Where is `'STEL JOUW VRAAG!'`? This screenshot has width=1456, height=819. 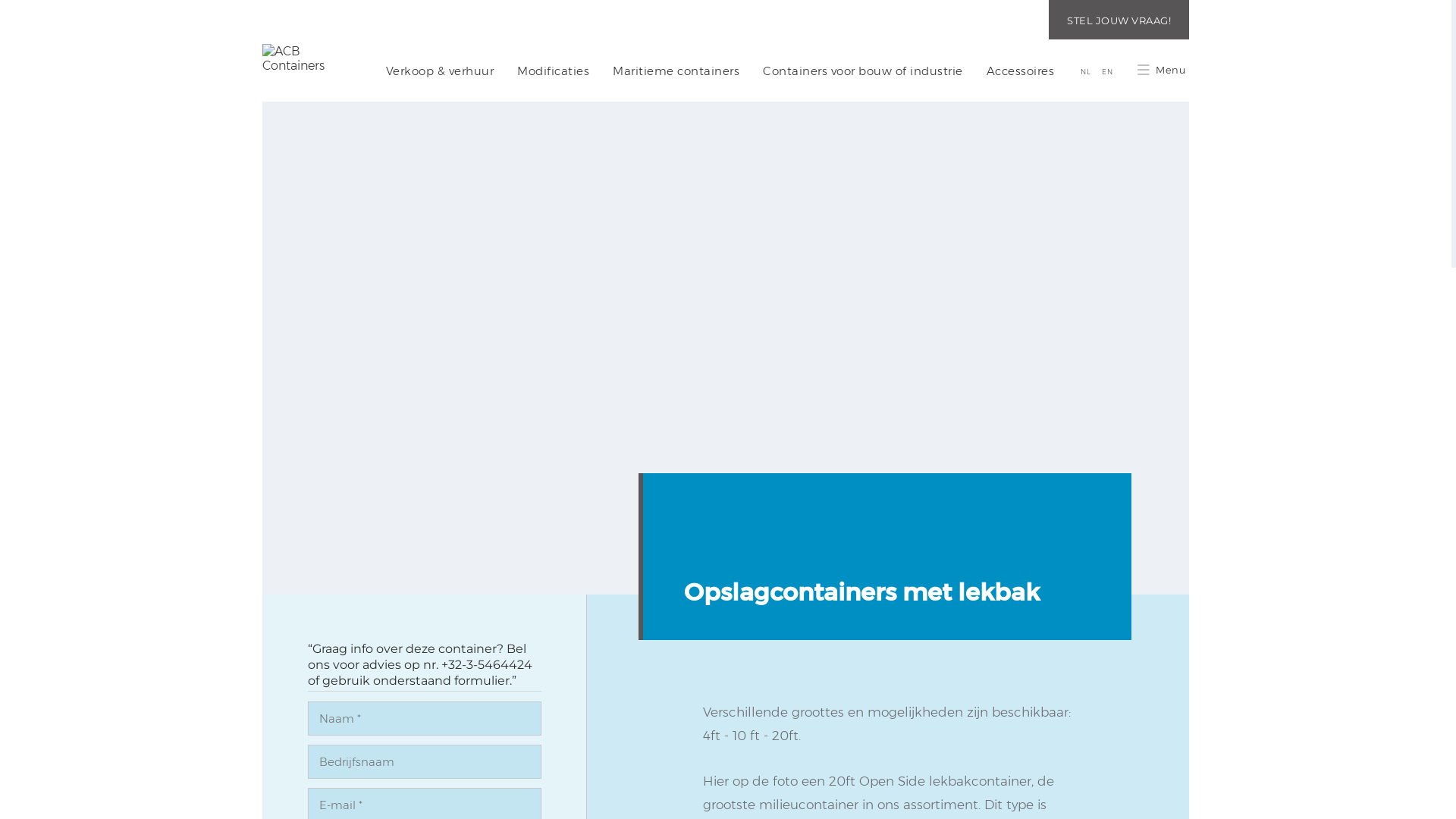
'STEL JOUW VRAAG!' is located at coordinates (1047, 20).